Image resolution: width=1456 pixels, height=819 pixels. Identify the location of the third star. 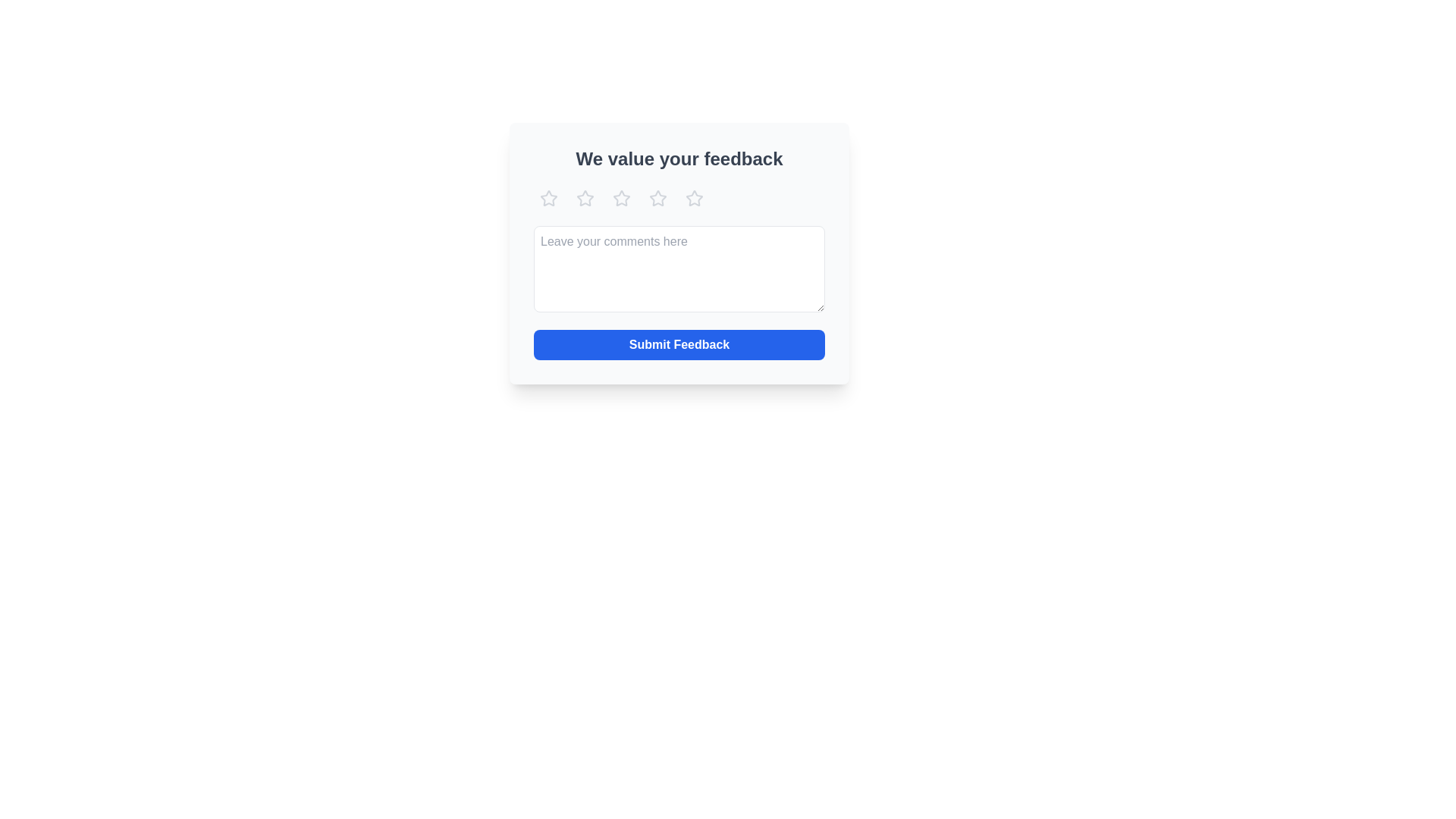
(658, 198).